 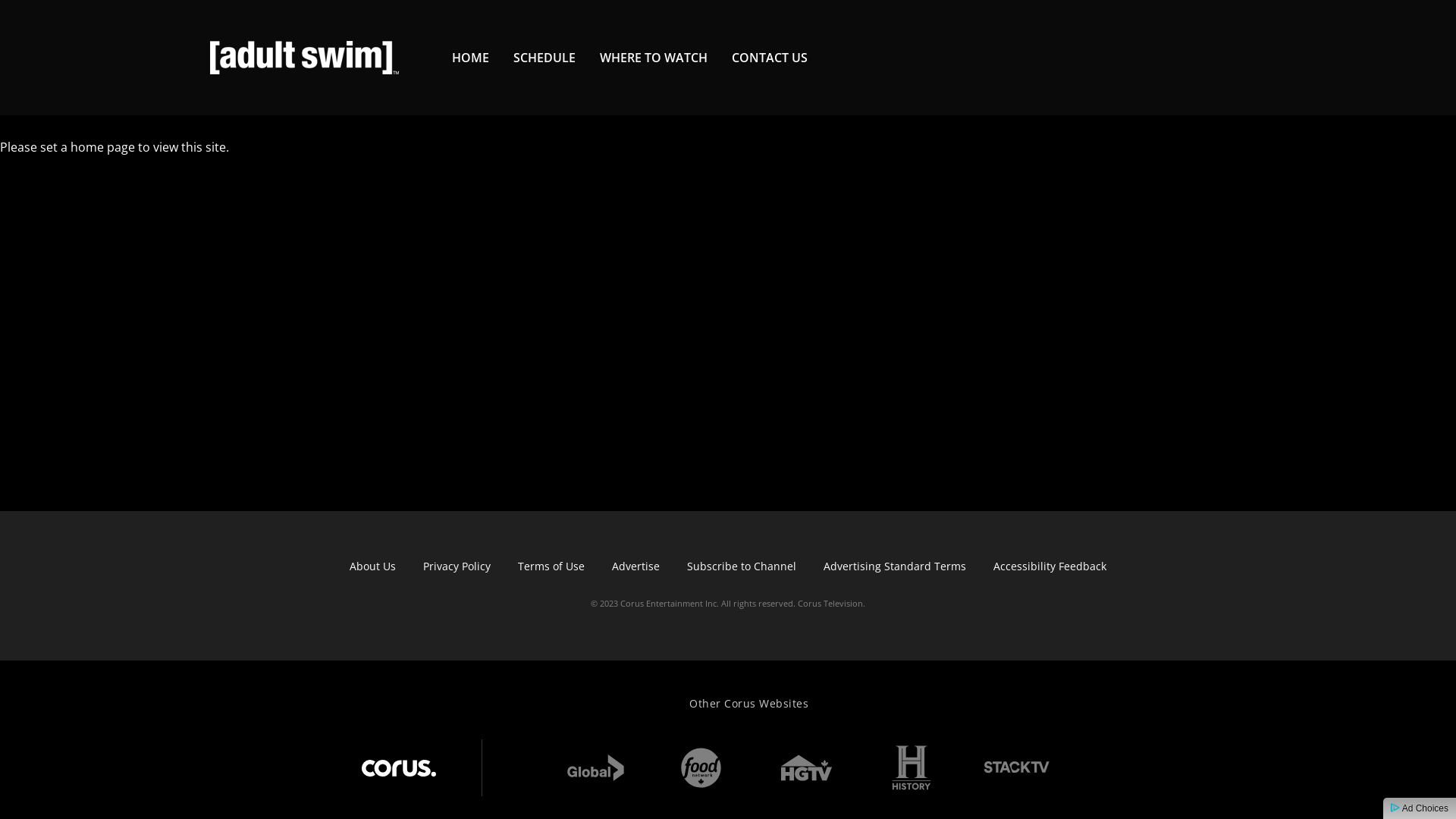 I want to click on 'Advertising Standard Terms', so click(x=895, y=565).